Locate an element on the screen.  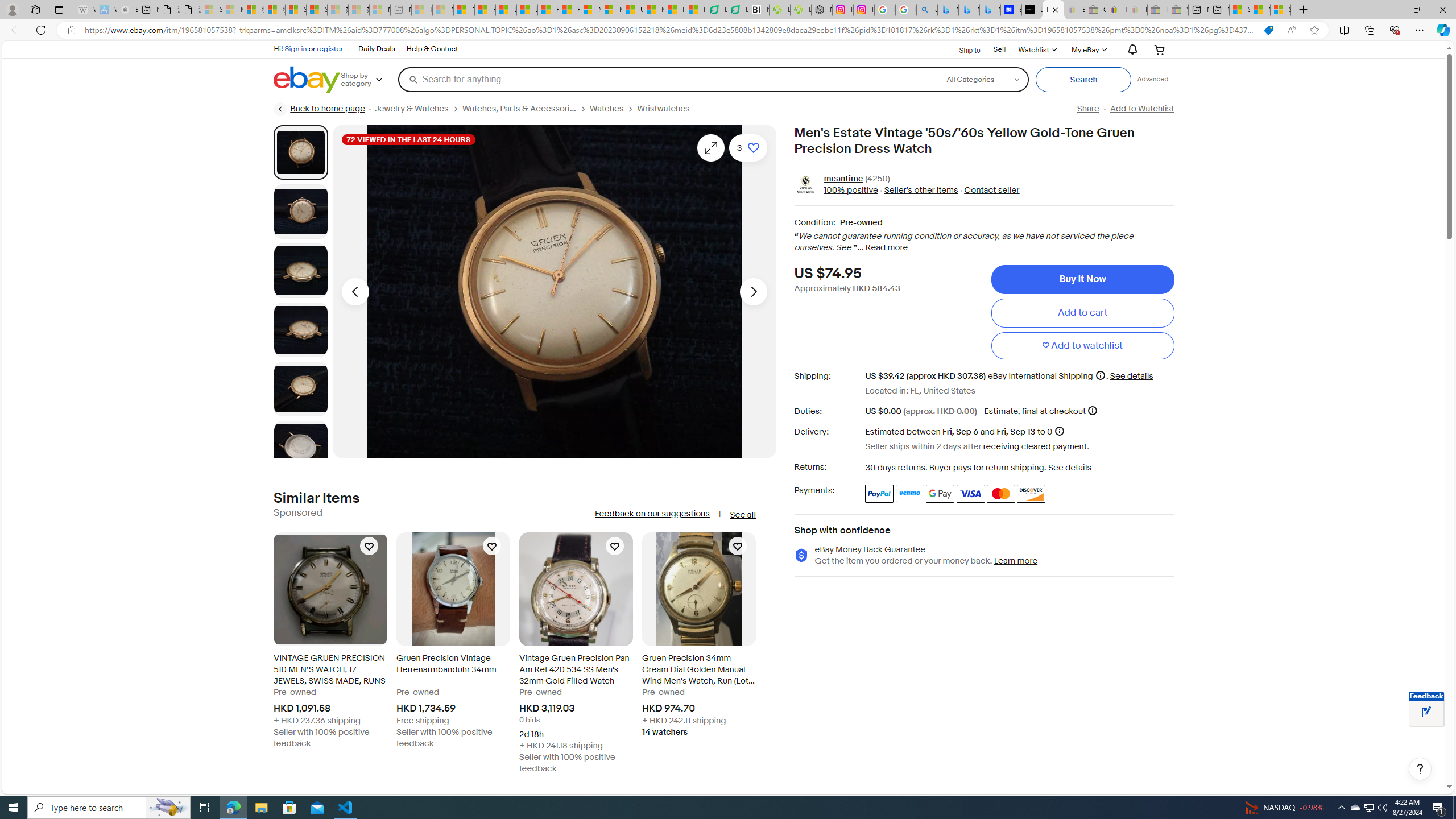
'Visa' is located at coordinates (971, 493).